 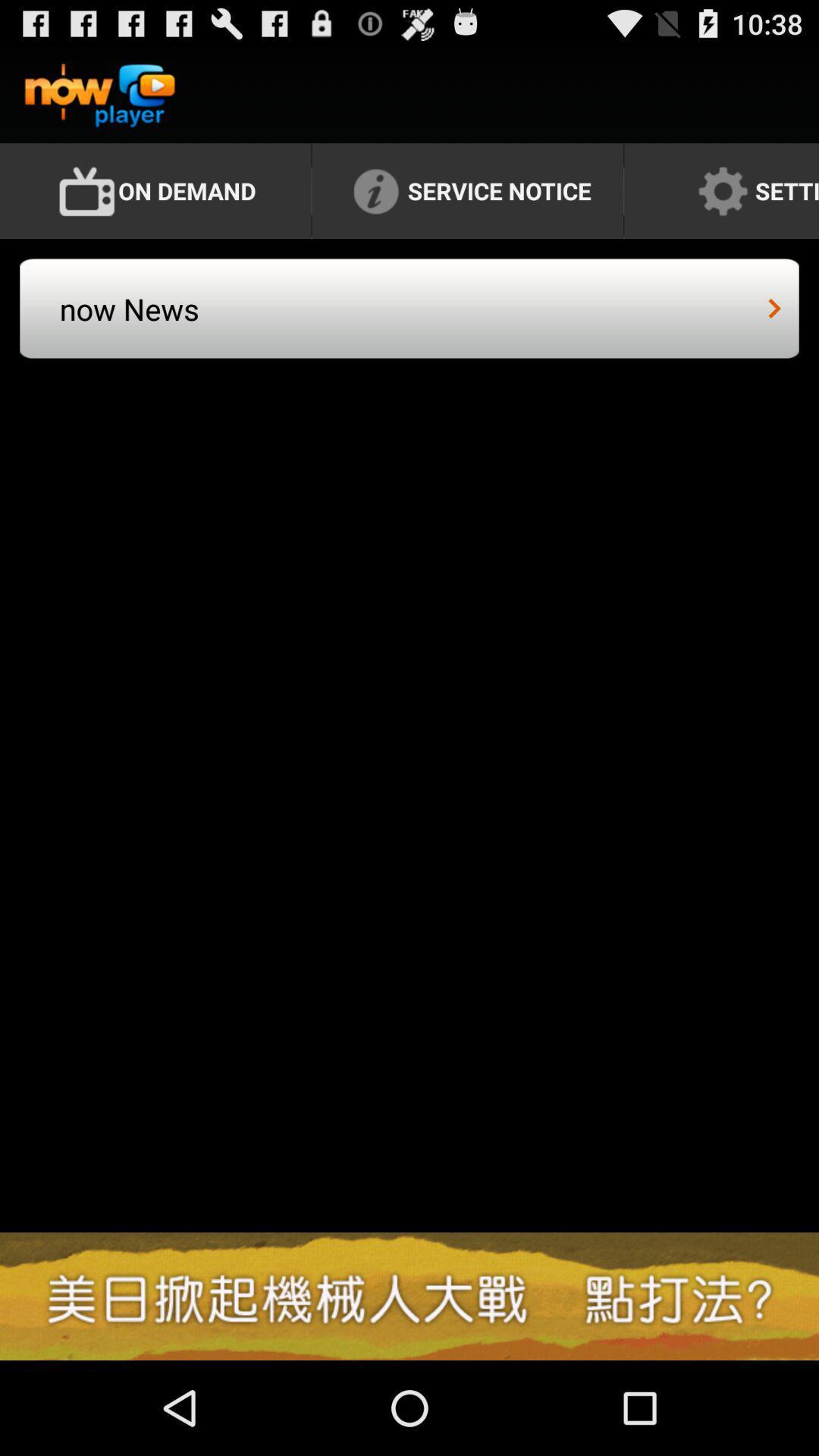 I want to click on the item at the bottom, so click(x=409, y=1295).